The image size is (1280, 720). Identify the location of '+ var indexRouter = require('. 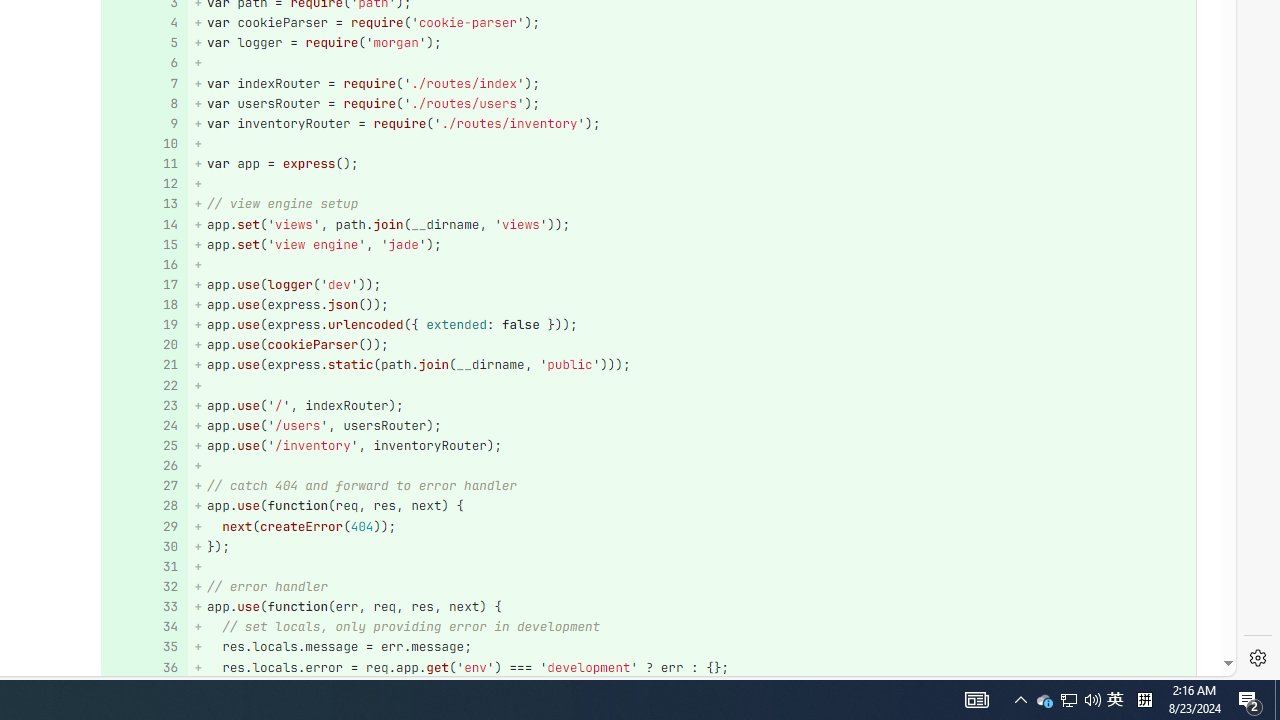
(691, 82).